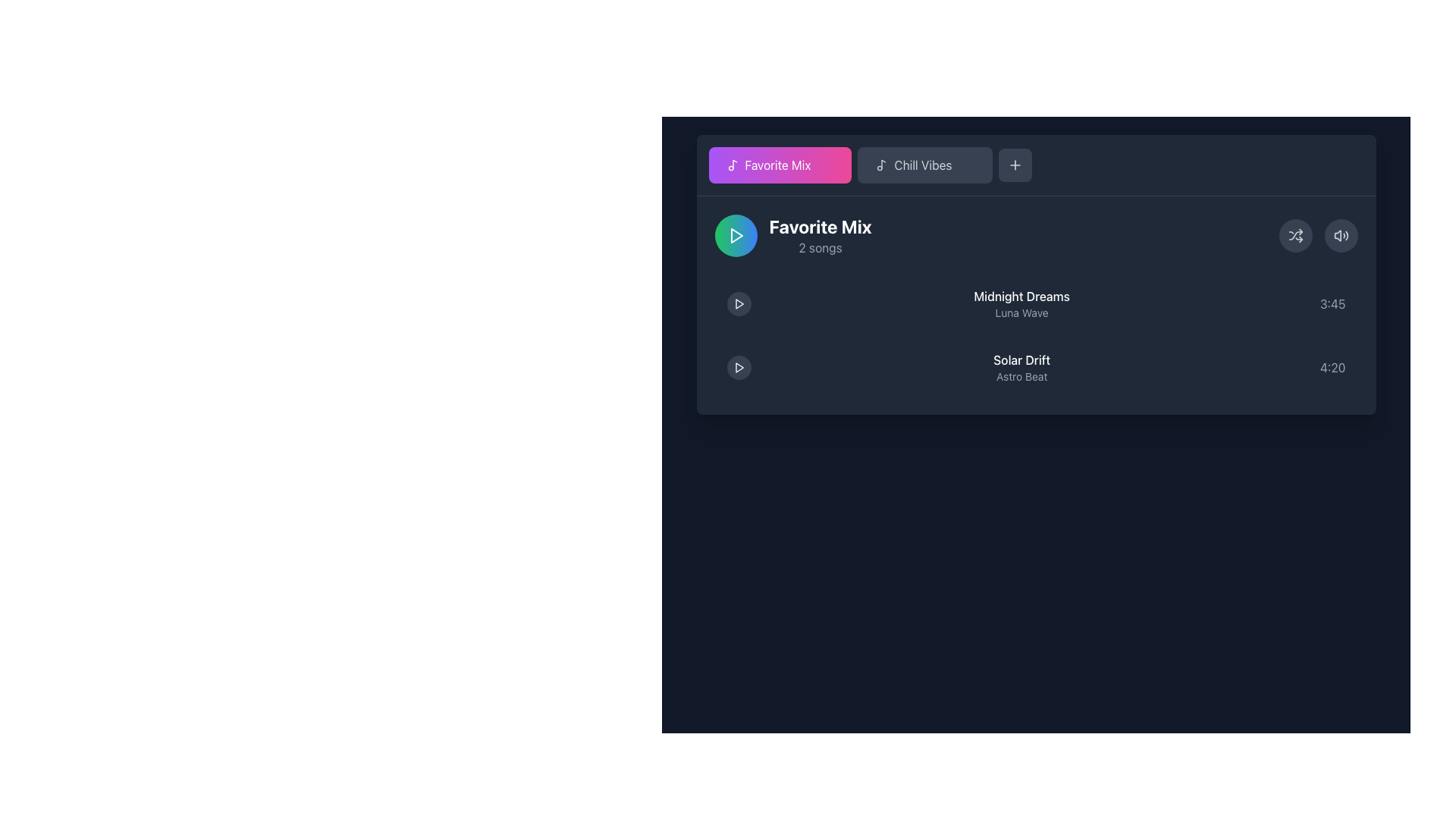 The width and height of the screenshot is (1456, 819). Describe the element at coordinates (1294, 236) in the screenshot. I see `the shuffle icon button located at the top-right side of the interface` at that location.